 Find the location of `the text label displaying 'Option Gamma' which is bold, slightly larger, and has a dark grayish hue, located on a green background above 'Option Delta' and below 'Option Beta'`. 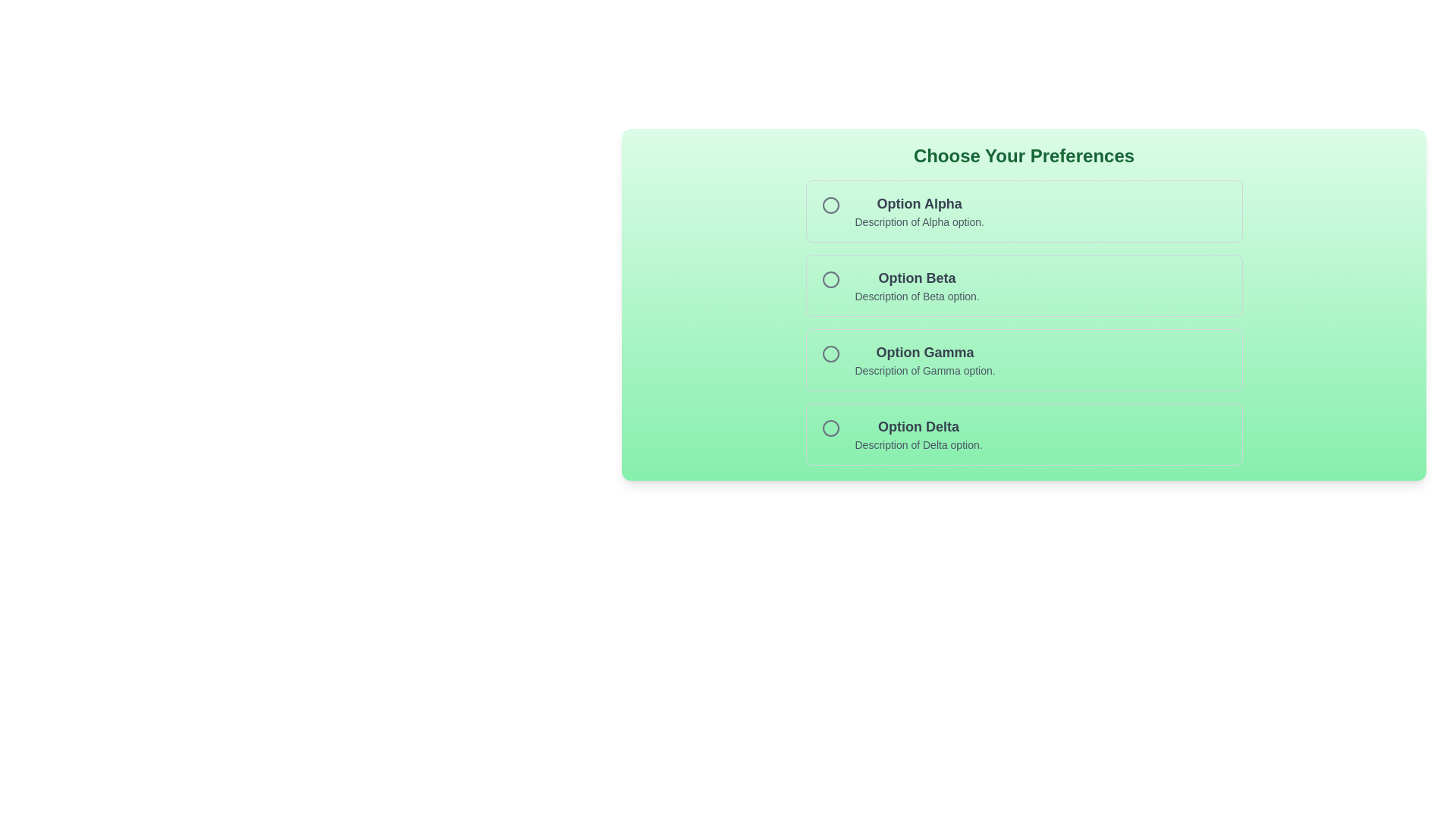

the text label displaying 'Option Gamma' which is bold, slightly larger, and has a dark grayish hue, located on a green background above 'Option Delta' and below 'Option Beta' is located at coordinates (924, 353).